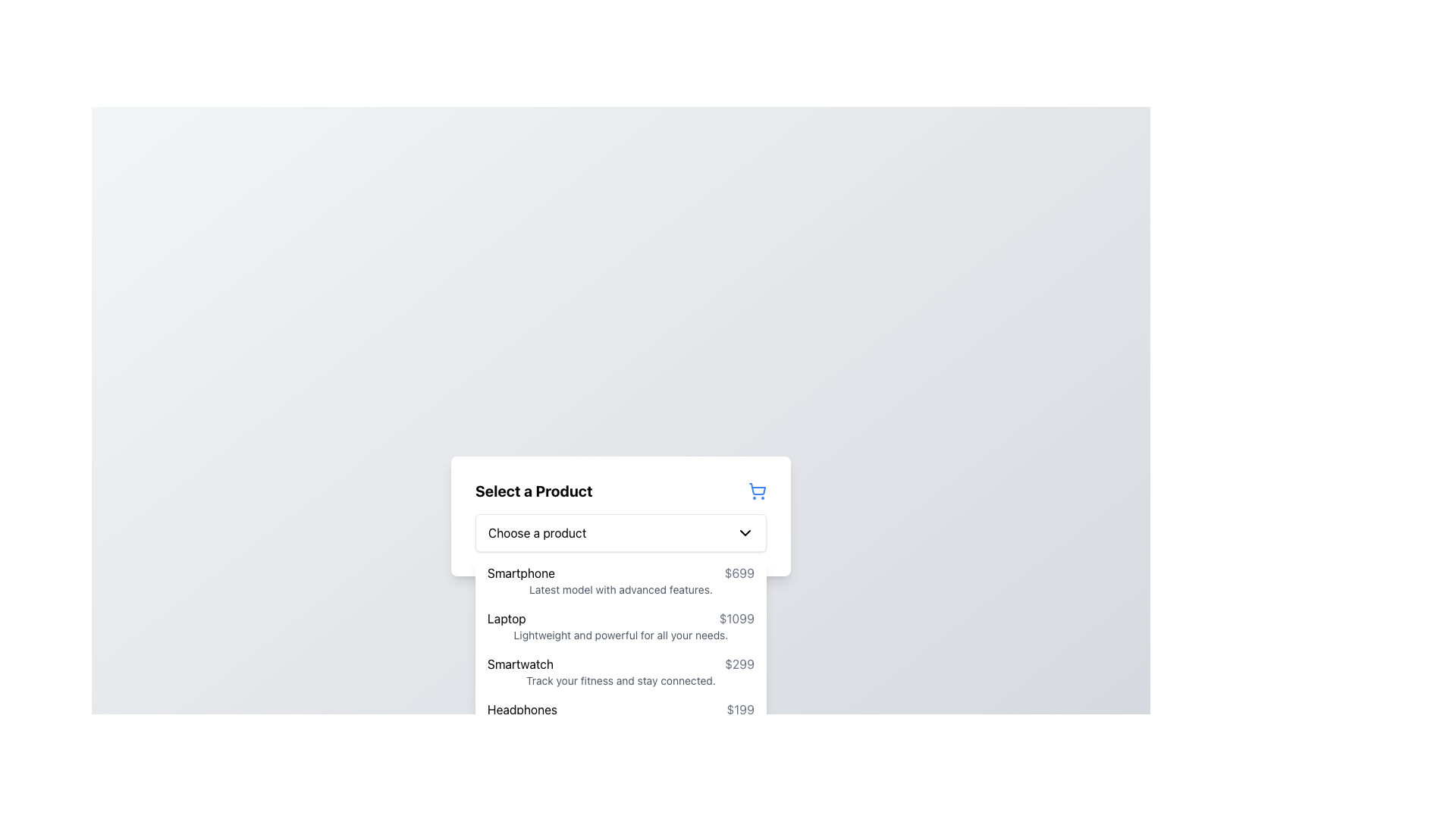  What do you see at coordinates (621, 671) in the screenshot?
I see `the list item displaying 'Smartwatch' with the price '$299'` at bounding box center [621, 671].